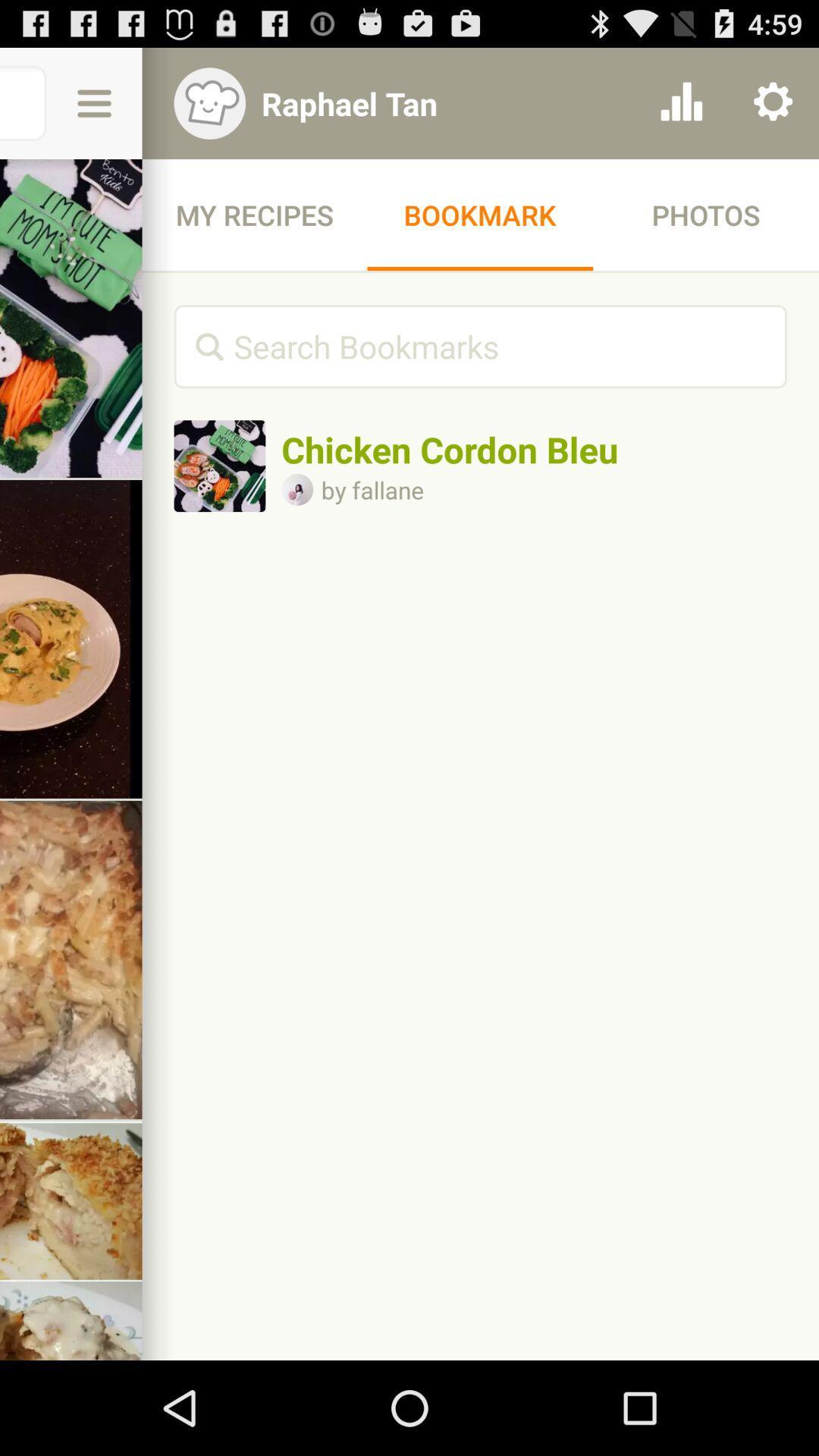 This screenshot has width=819, height=1456. What do you see at coordinates (680, 102) in the screenshot?
I see `item next to the raphael tan` at bounding box center [680, 102].